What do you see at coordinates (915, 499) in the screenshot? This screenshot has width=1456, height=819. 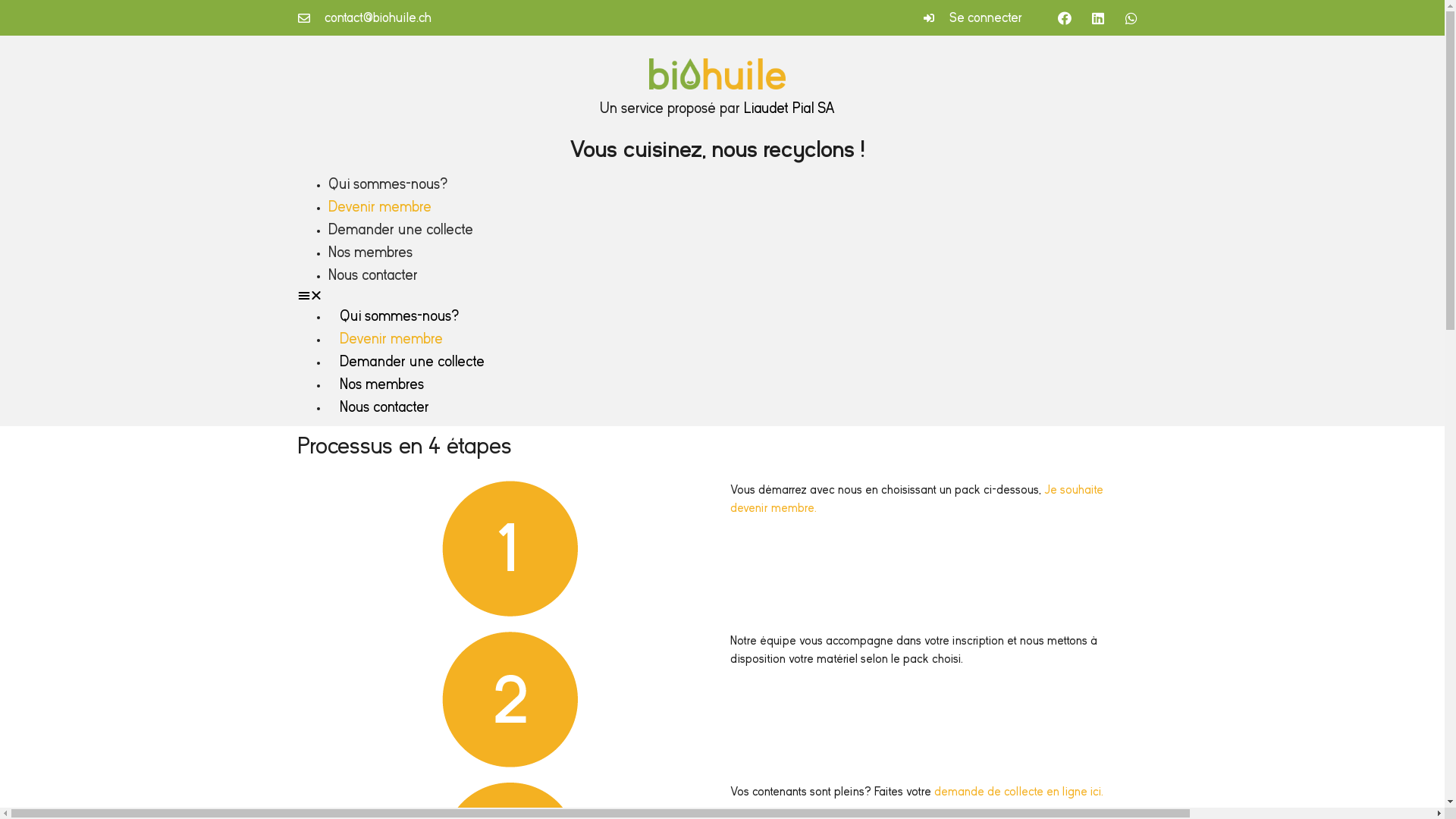 I see `'Je souhaite devenir membre.'` at bounding box center [915, 499].